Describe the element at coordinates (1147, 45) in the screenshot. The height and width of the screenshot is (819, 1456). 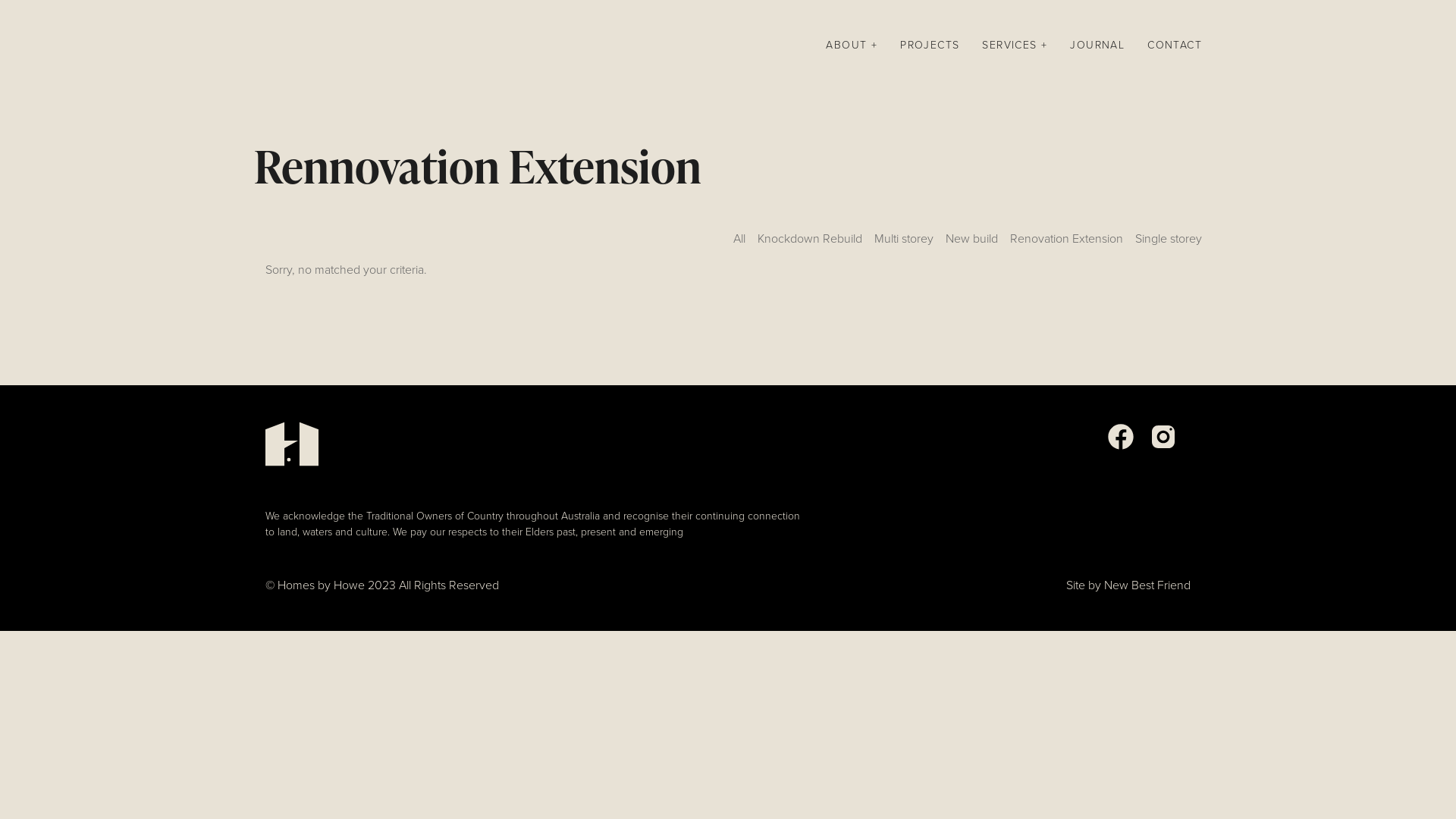
I see `'CONTACT'` at that location.